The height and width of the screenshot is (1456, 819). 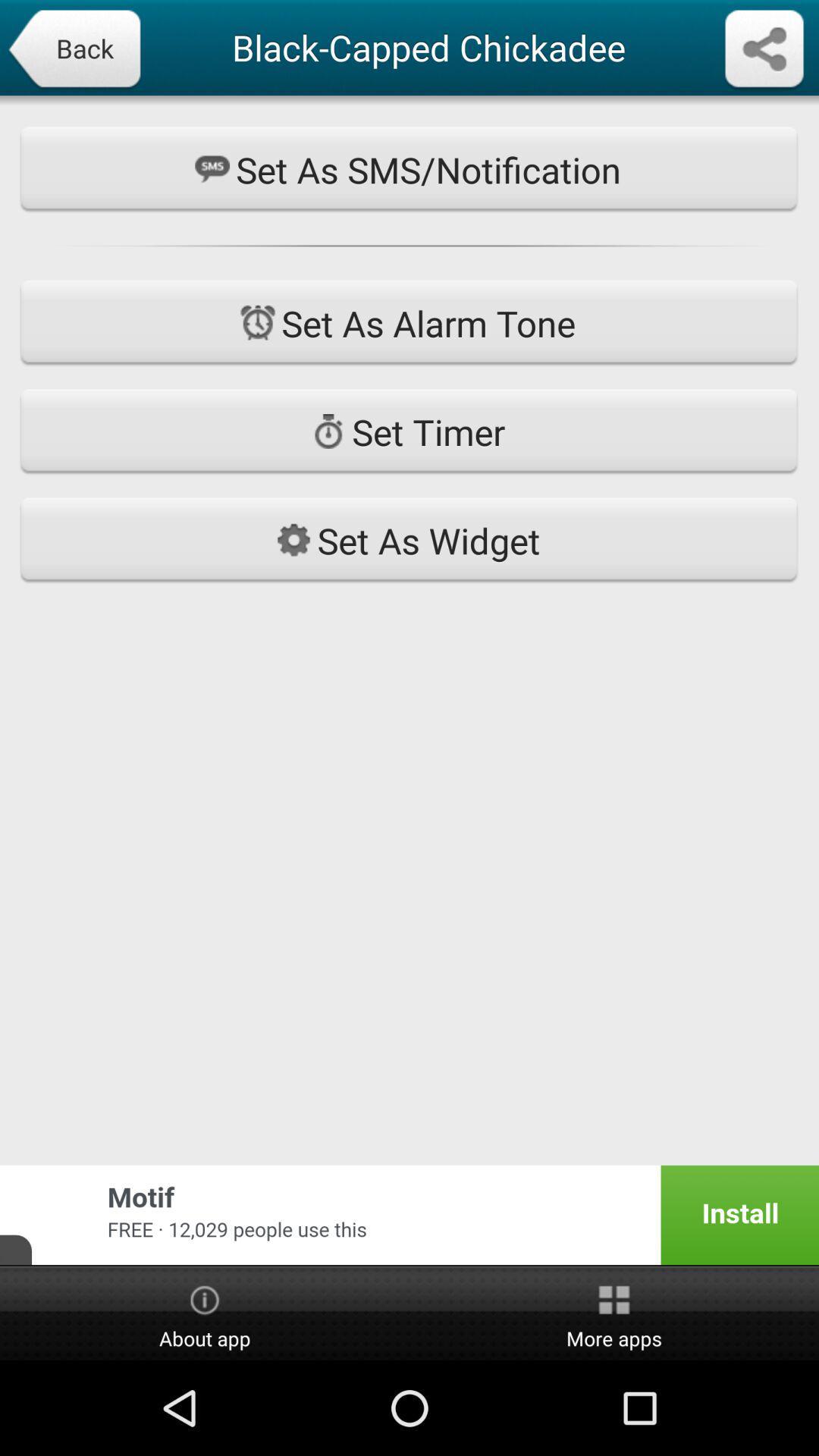 I want to click on icon at the bottom, so click(x=409, y=1215).